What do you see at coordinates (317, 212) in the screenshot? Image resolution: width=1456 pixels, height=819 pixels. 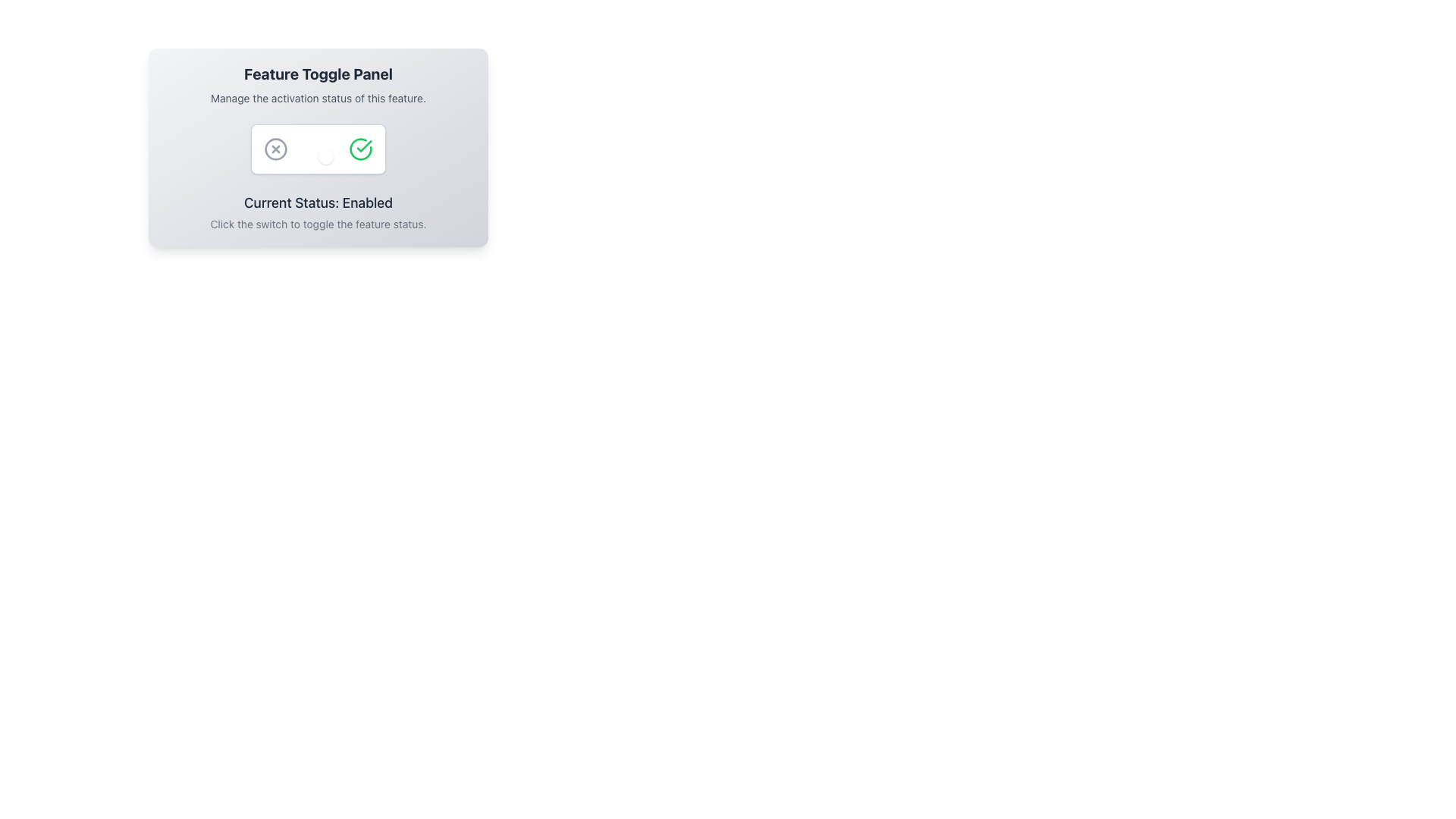 I see `the Informational Text Block that indicates the current toggle state and provides guidance to the user` at bounding box center [317, 212].